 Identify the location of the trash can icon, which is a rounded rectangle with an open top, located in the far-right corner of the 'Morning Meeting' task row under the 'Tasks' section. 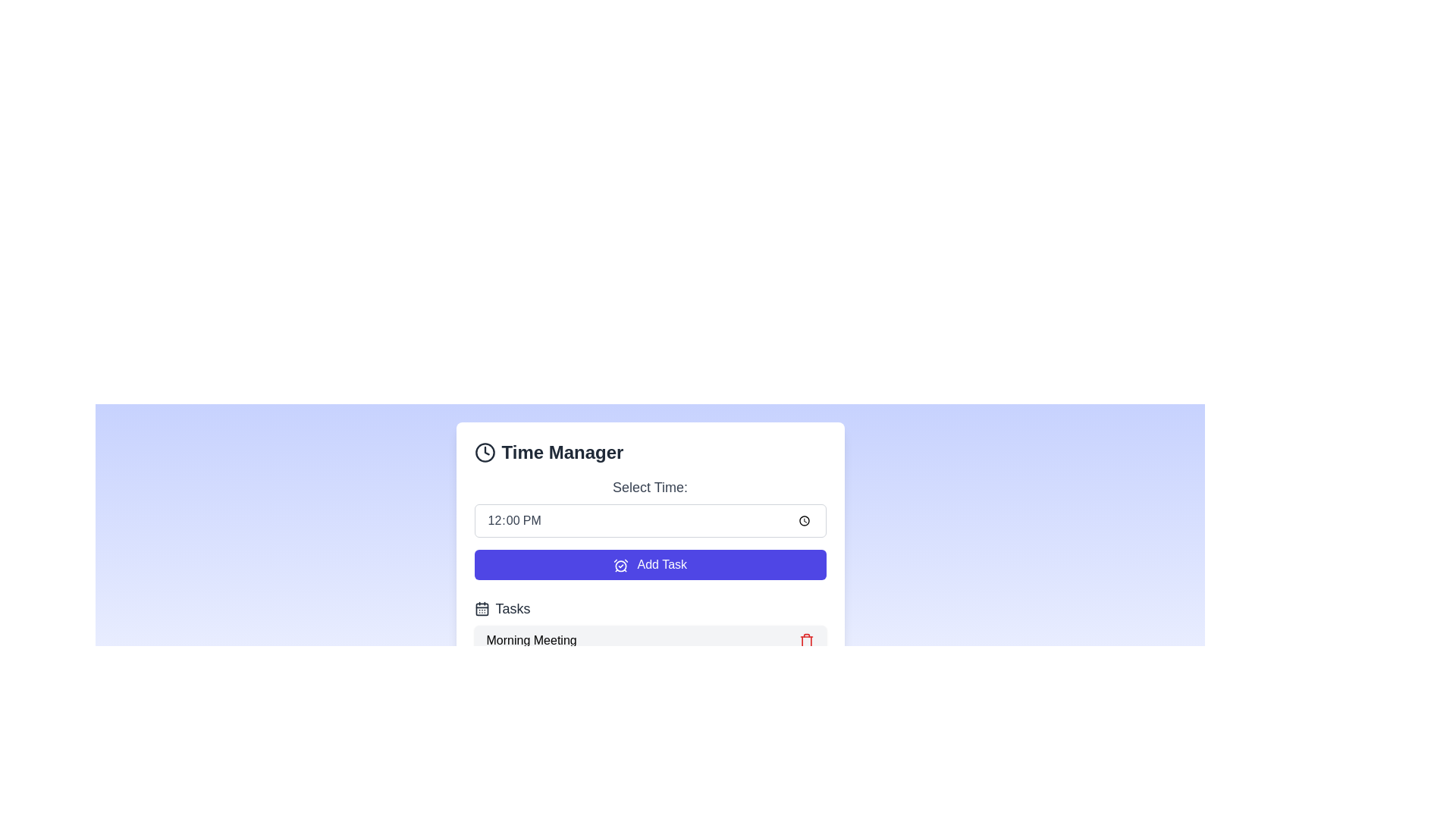
(805, 642).